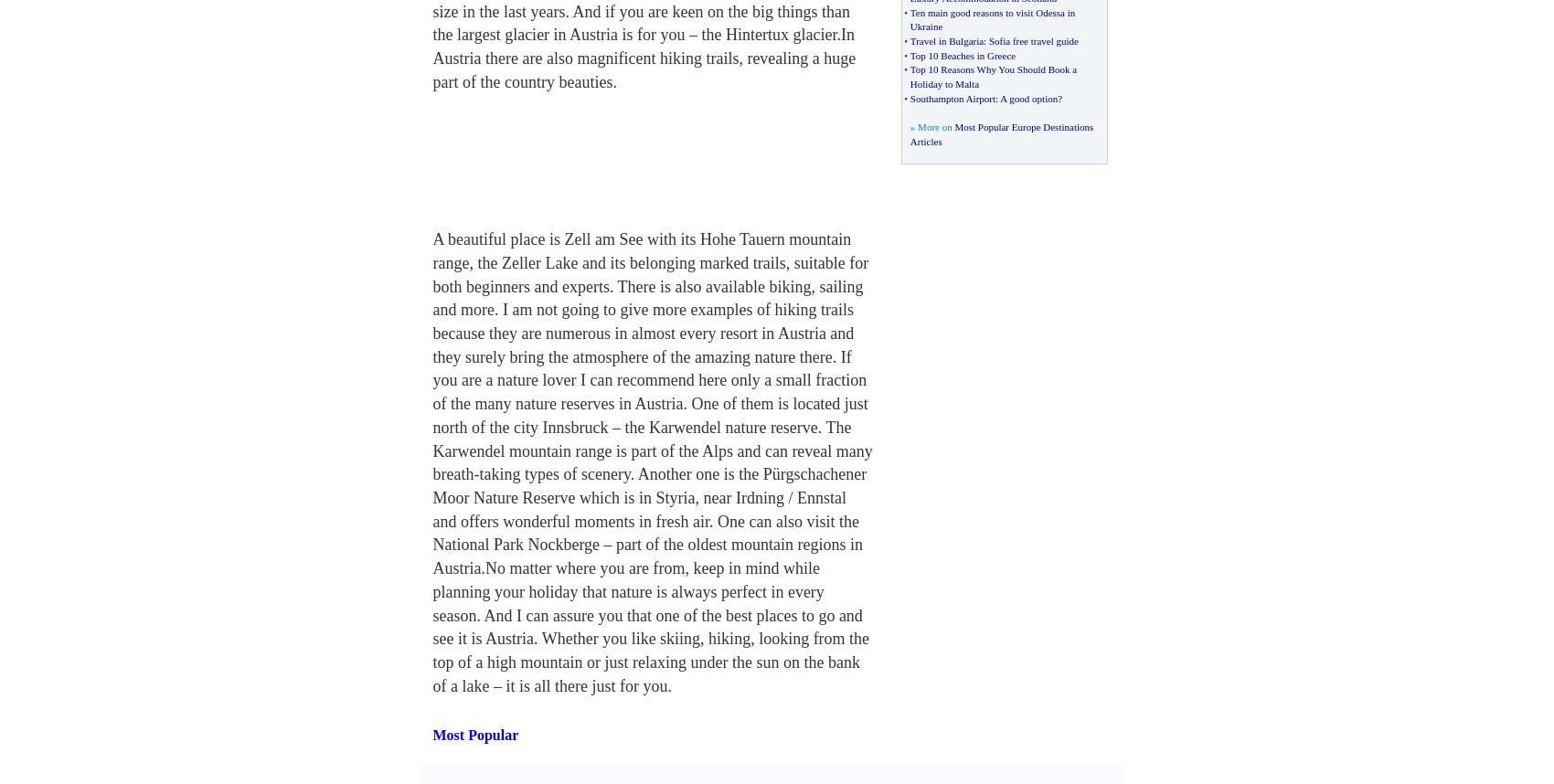 This screenshot has width=1554, height=784. Describe the element at coordinates (475, 735) in the screenshot. I see `'Most Popular'` at that location.